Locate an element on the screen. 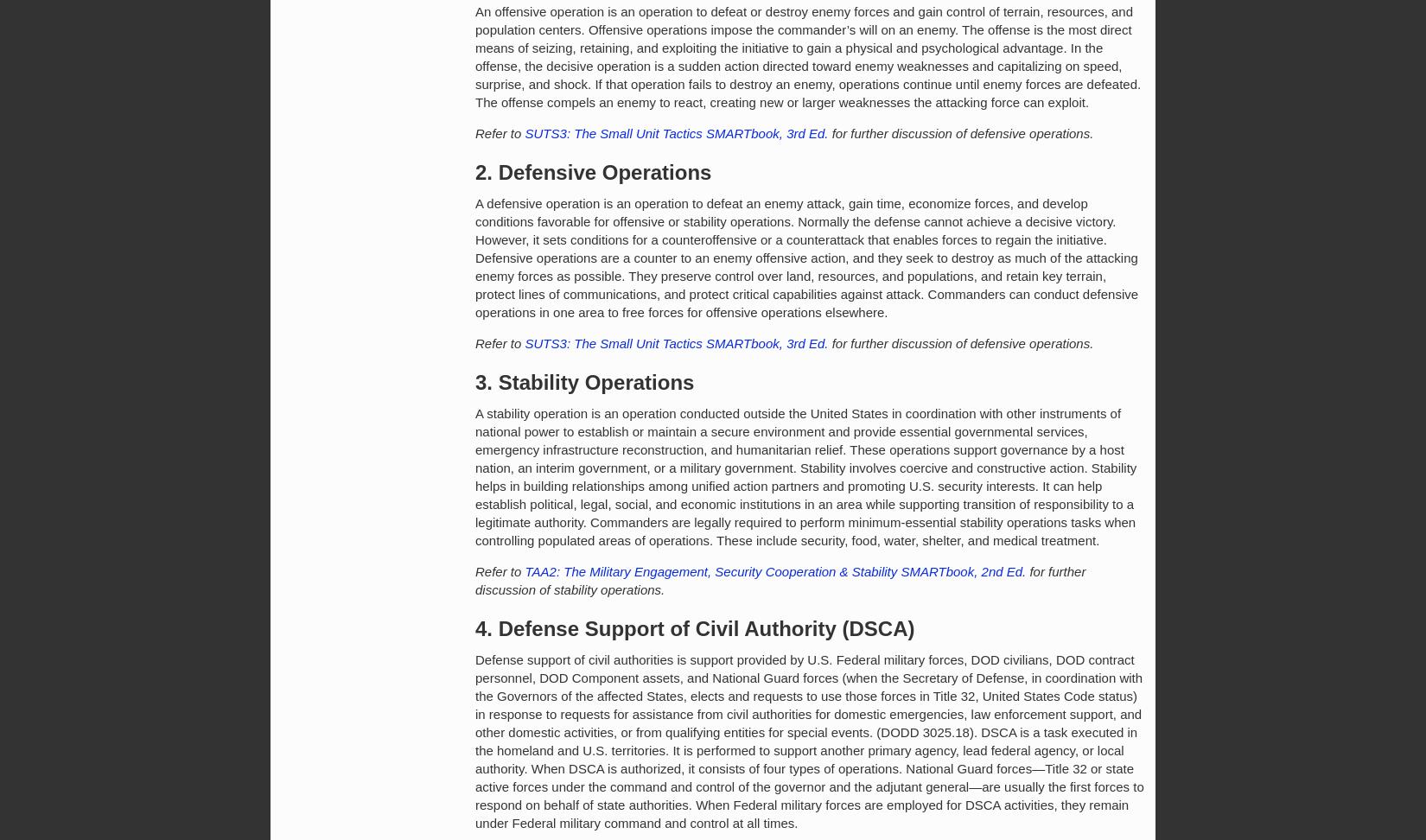 This screenshot has width=1426, height=840. 'A defensive operation is an operation to defeat an enemy attack, gain time, economize forces, and develop conditions favorable for offensive or stability operations. Normally the defense cannot achieve a decisive victory. However, it sets conditions for a counteroffensive or a counterattack that enables forces to regain the initiative. Defensive operations are a counter to an enemy offensive action, and they seek to destroy as much of the attacking enemy forces as possible. They preserve control over land, resources, and populations, and retain key terrain, protect lines of communications, and protect critical capabilities against attack. Commanders can conduct defensive operations in one area to free forces for offensive operations elsewhere.' is located at coordinates (806, 258).